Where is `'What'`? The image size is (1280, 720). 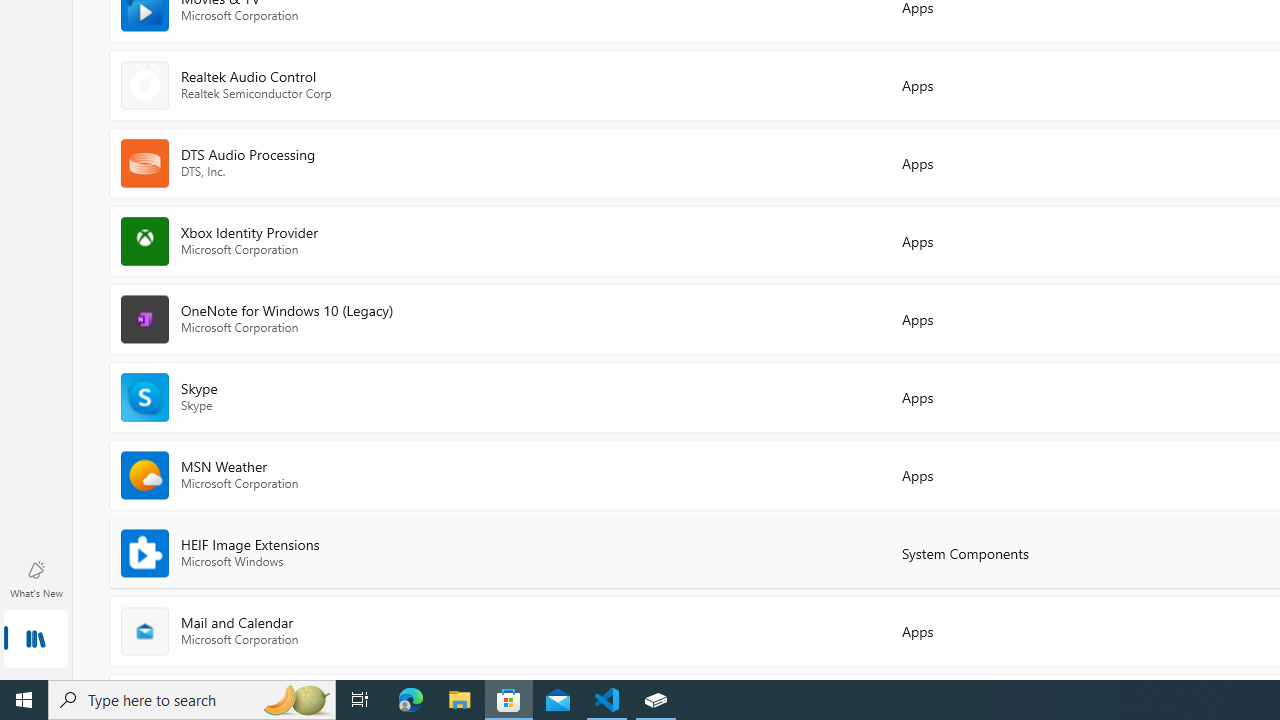
'What' is located at coordinates (35, 578).